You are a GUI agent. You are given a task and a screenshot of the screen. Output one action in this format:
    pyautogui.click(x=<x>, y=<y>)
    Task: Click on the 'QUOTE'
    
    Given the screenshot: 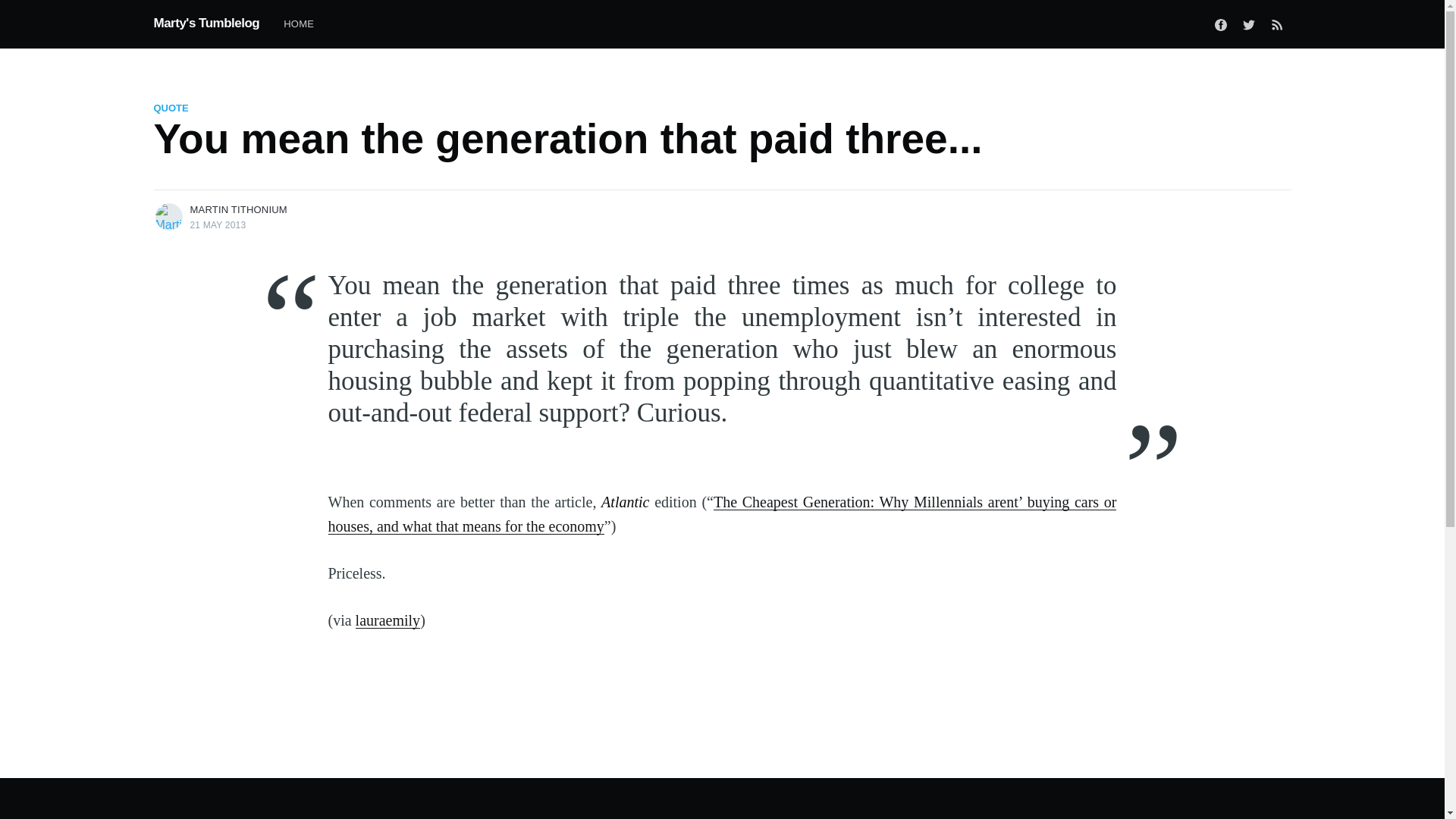 What is the action you would take?
    pyautogui.click(x=171, y=107)
    